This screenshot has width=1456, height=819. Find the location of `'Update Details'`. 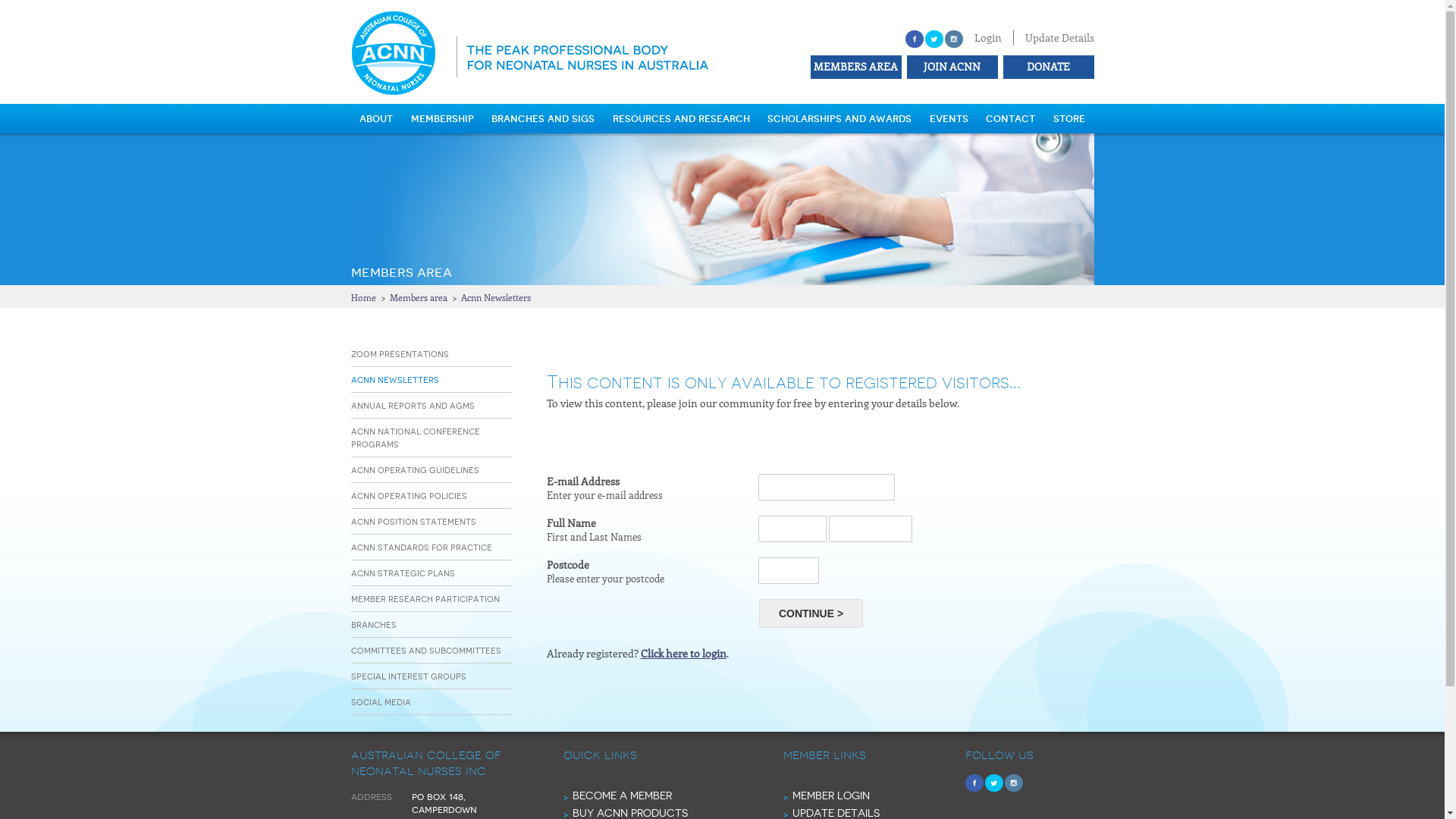

'Update Details' is located at coordinates (1059, 36).